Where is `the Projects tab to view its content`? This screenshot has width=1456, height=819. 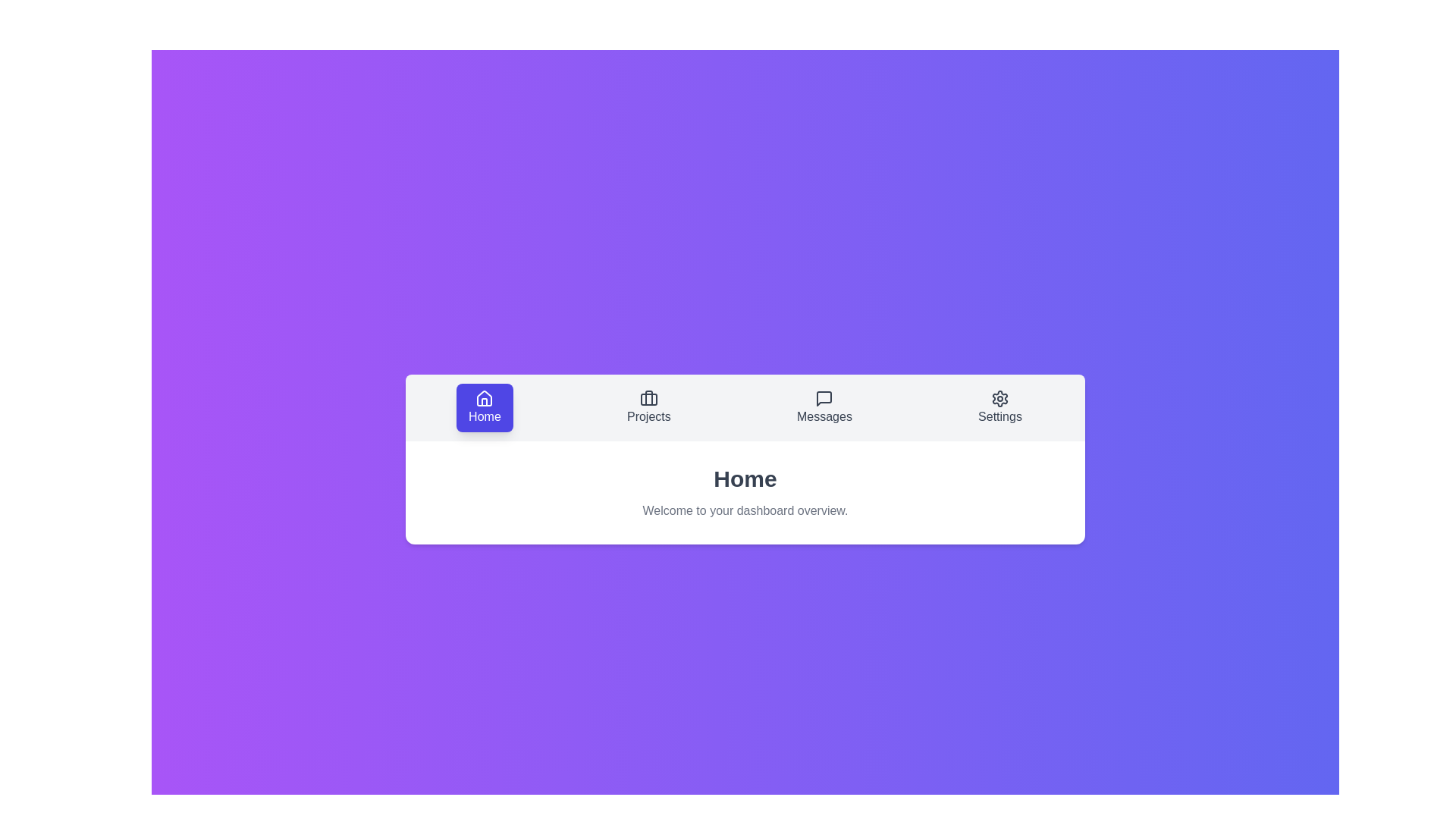
the Projects tab to view its content is located at coordinates (648, 406).